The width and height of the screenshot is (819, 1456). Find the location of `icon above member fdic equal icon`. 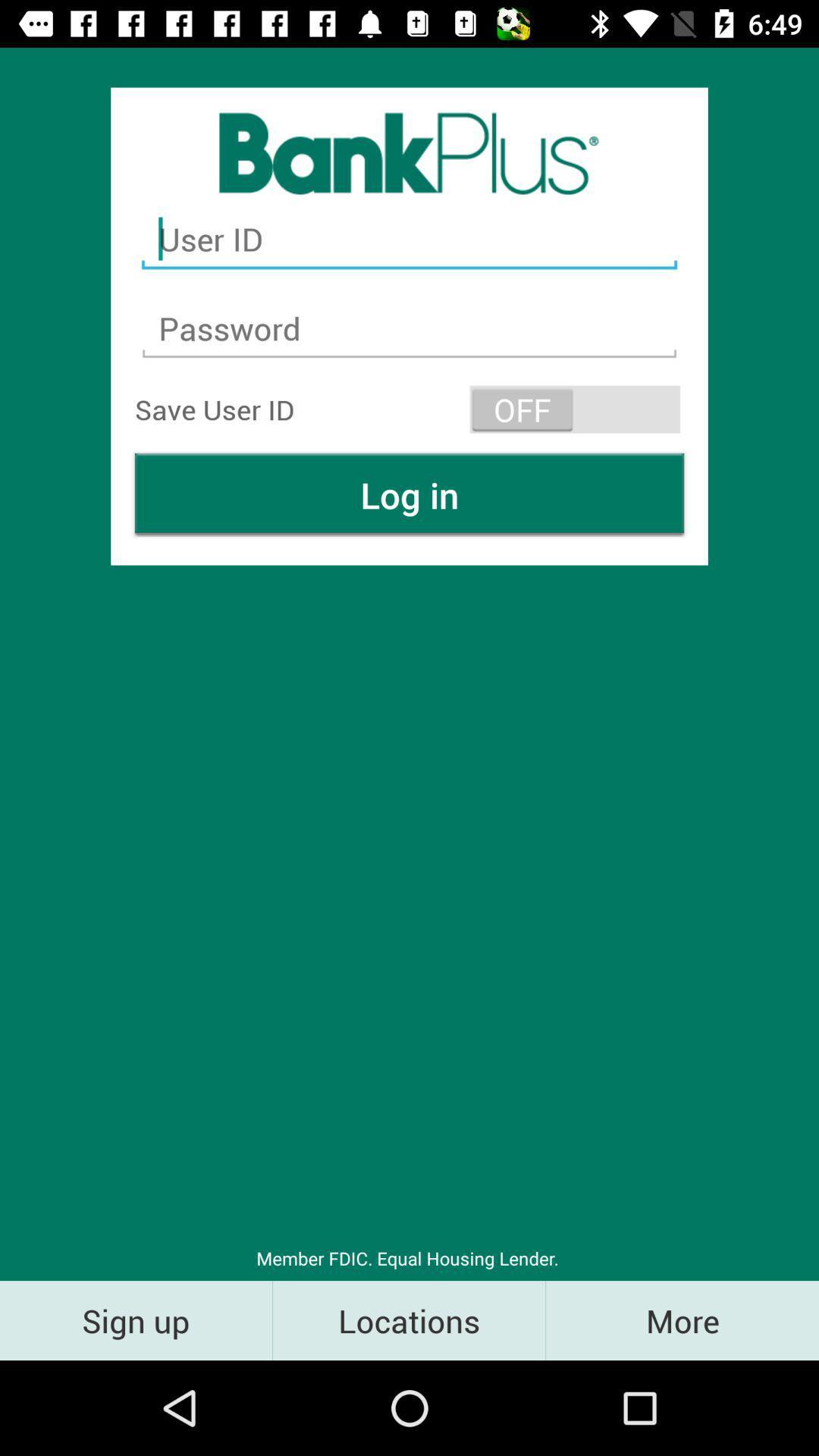

icon above member fdic equal icon is located at coordinates (409, 494).